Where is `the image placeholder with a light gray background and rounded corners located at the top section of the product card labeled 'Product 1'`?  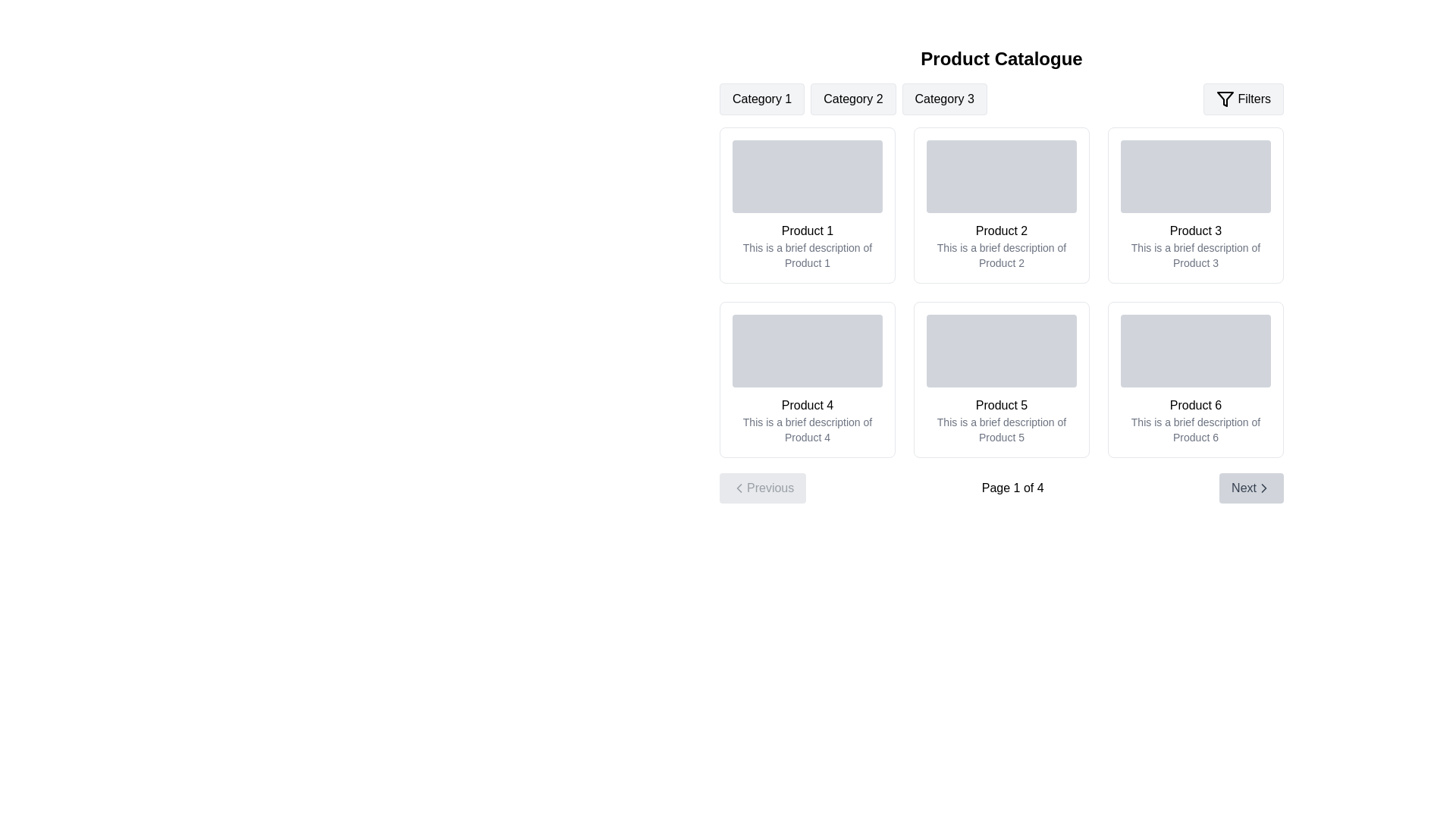
the image placeholder with a light gray background and rounded corners located at the top section of the product card labeled 'Product 1' is located at coordinates (807, 175).